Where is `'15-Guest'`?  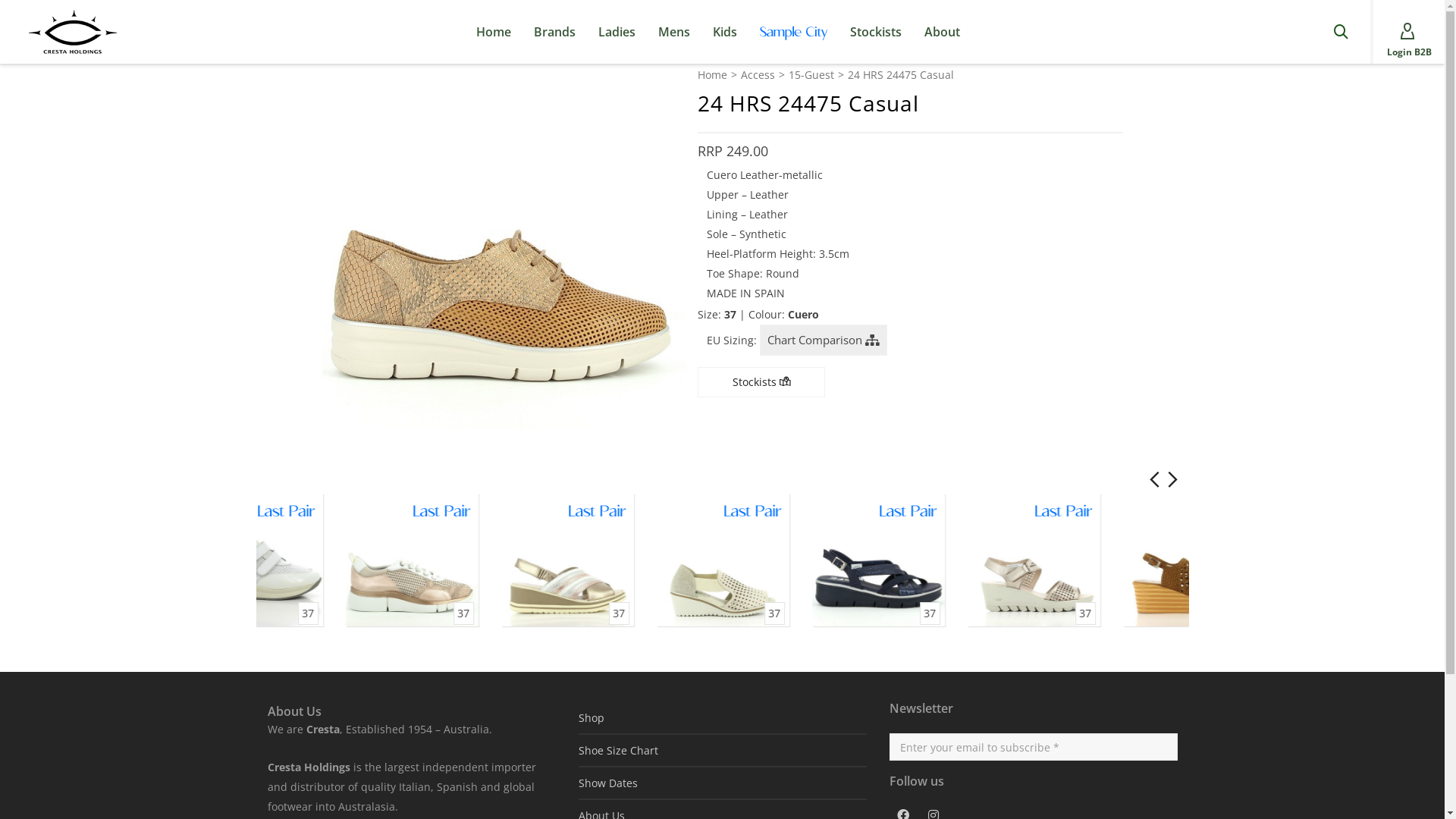 '15-Guest' is located at coordinates (811, 75).